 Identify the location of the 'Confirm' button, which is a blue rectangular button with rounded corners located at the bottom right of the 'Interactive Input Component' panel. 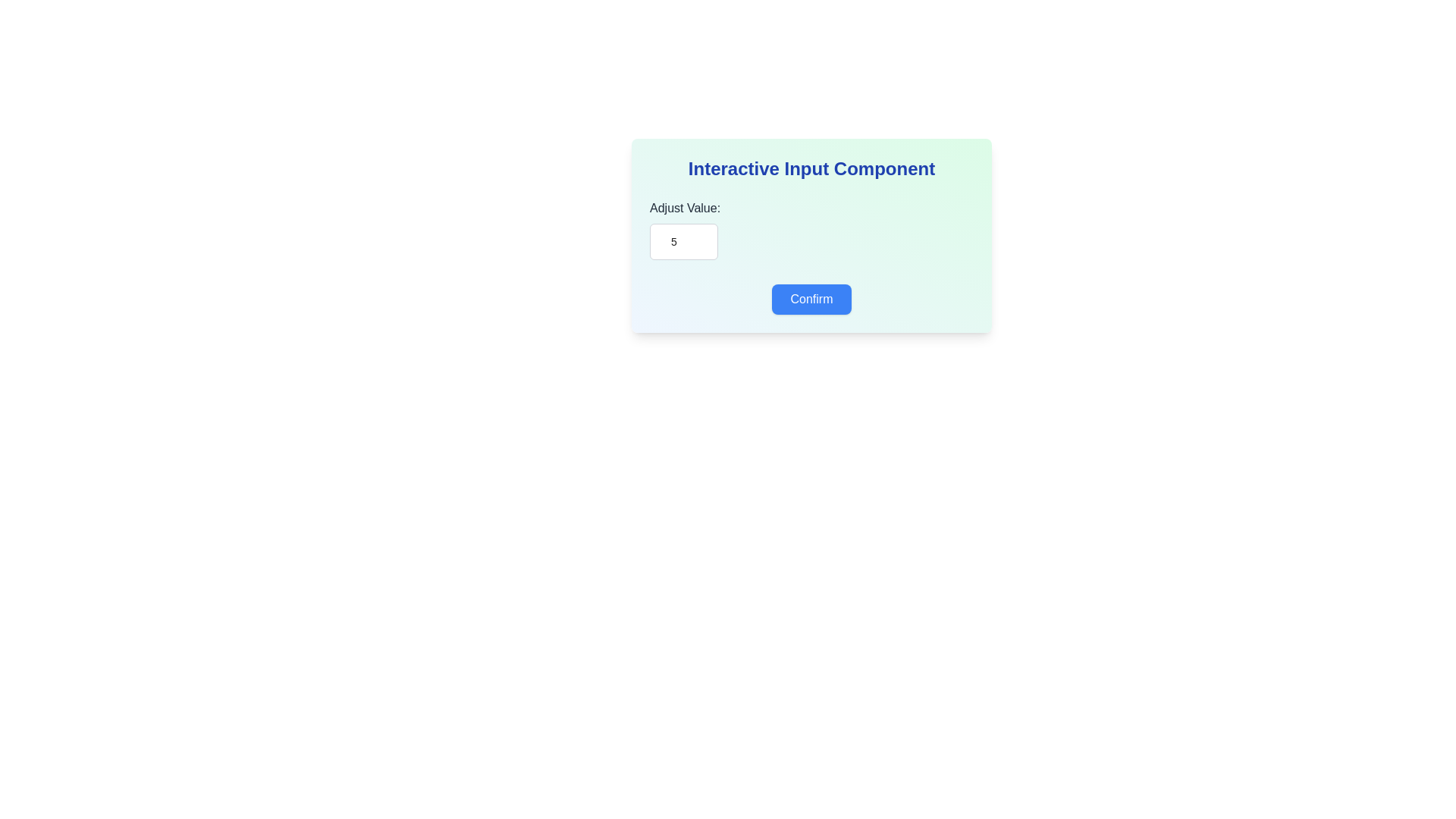
(811, 299).